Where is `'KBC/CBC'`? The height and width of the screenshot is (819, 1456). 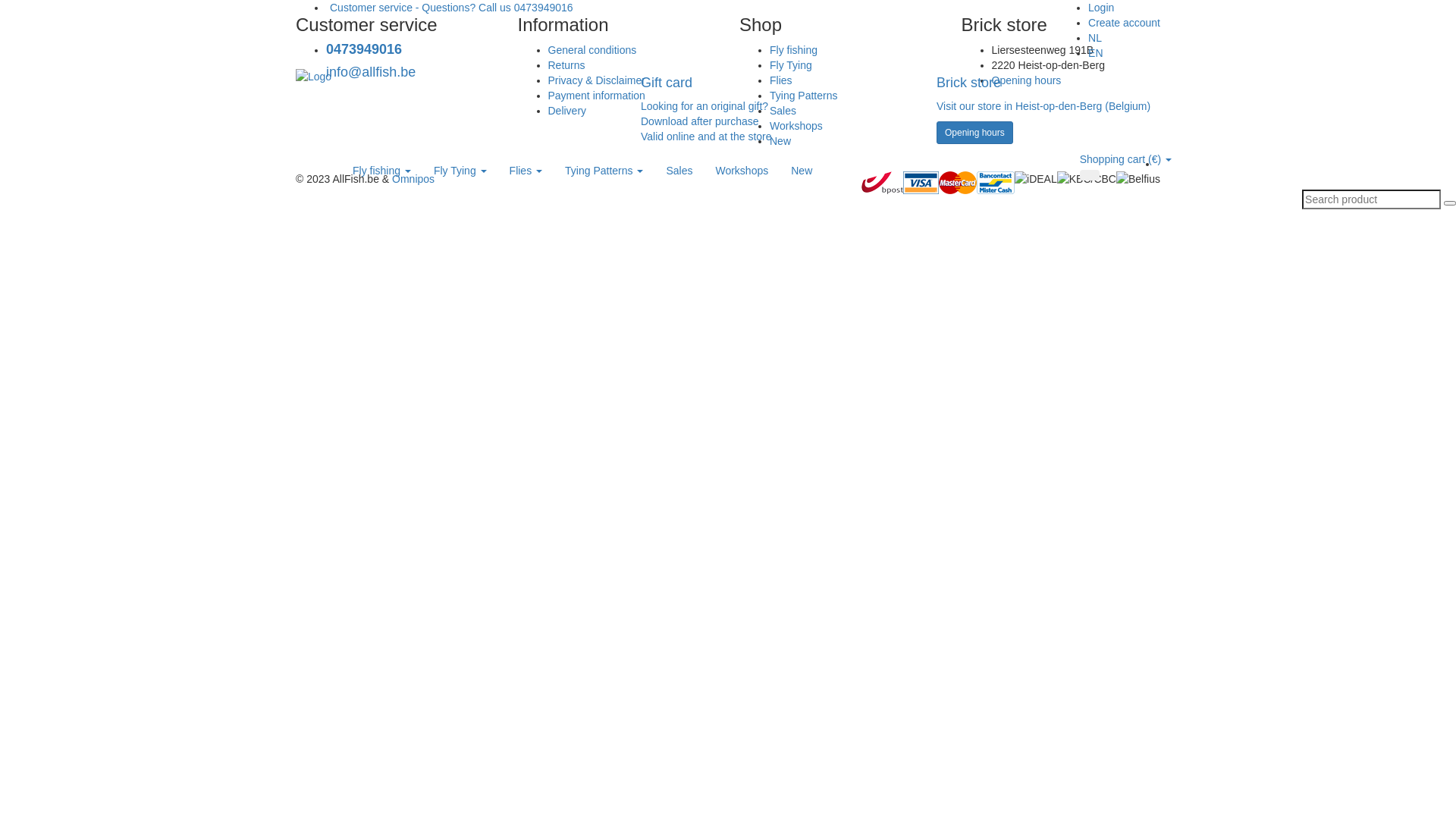
'KBC/CBC' is located at coordinates (1086, 177).